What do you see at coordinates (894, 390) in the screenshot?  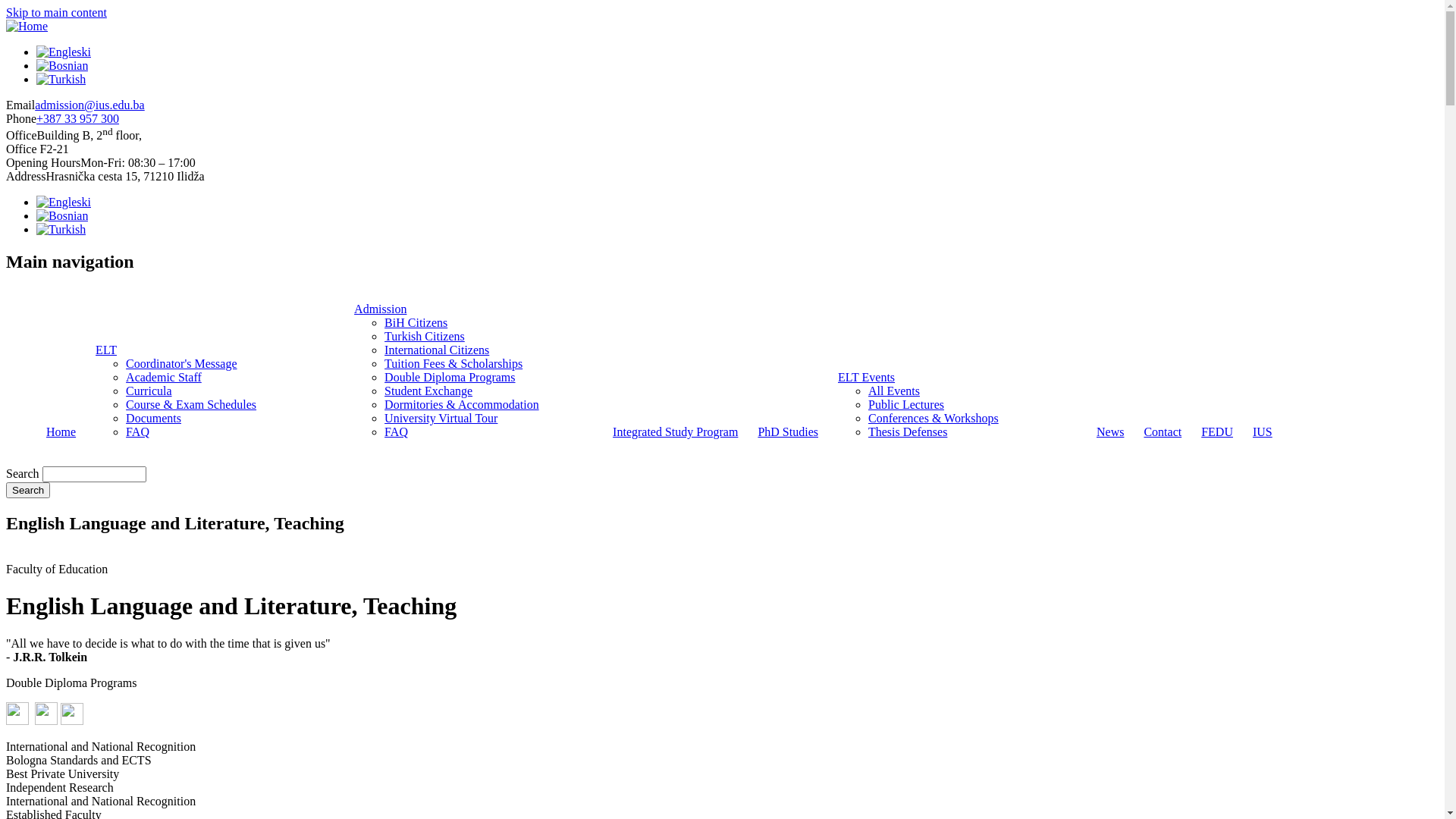 I see `'All Events'` at bounding box center [894, 390].